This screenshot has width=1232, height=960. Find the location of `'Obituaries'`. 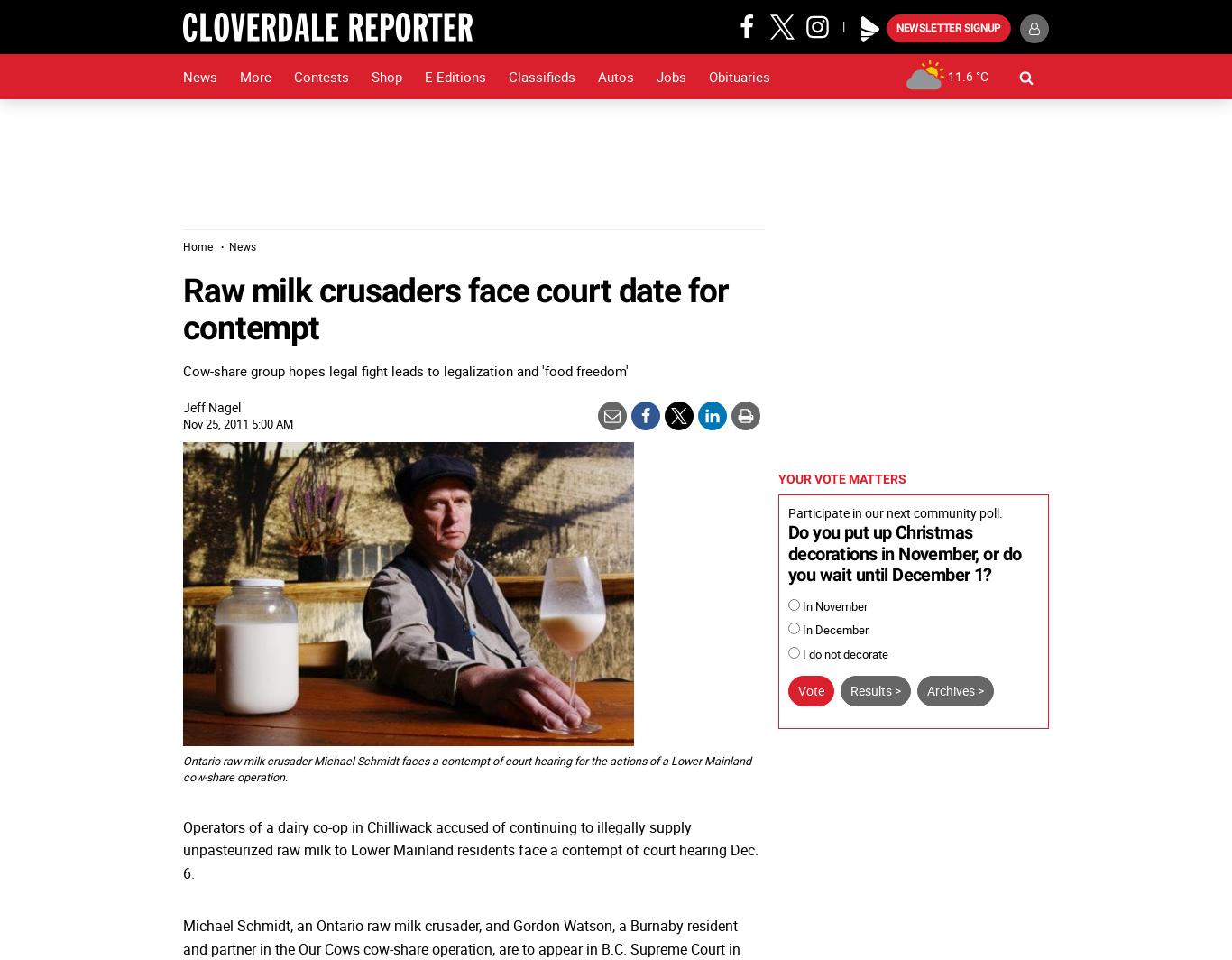

'Obituaries' is located at coordinates (739, 77).